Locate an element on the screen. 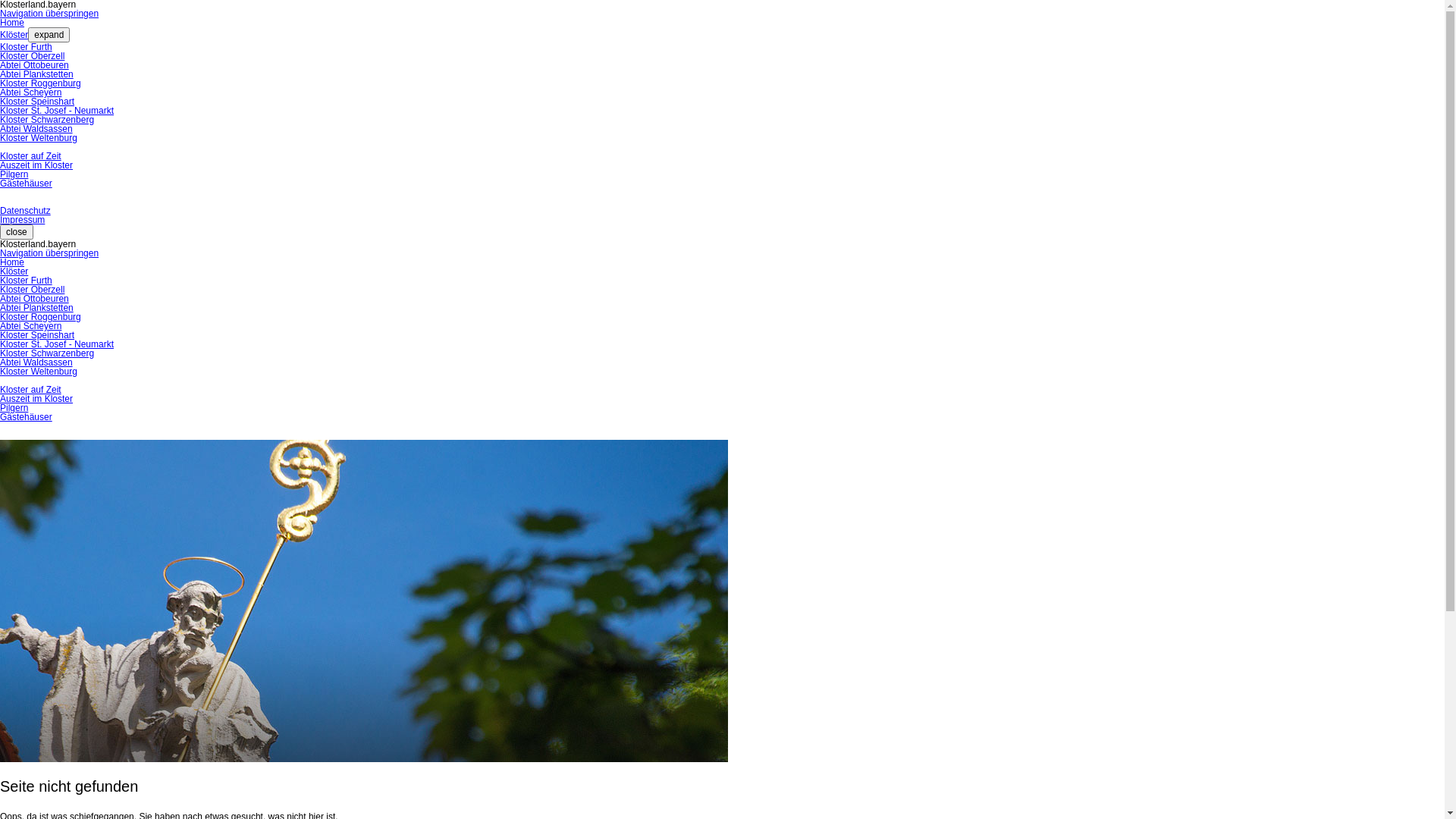 This screenshot has width=1456, height=819. 'Kloster Oberzell' is located at coordinates (32, 55).